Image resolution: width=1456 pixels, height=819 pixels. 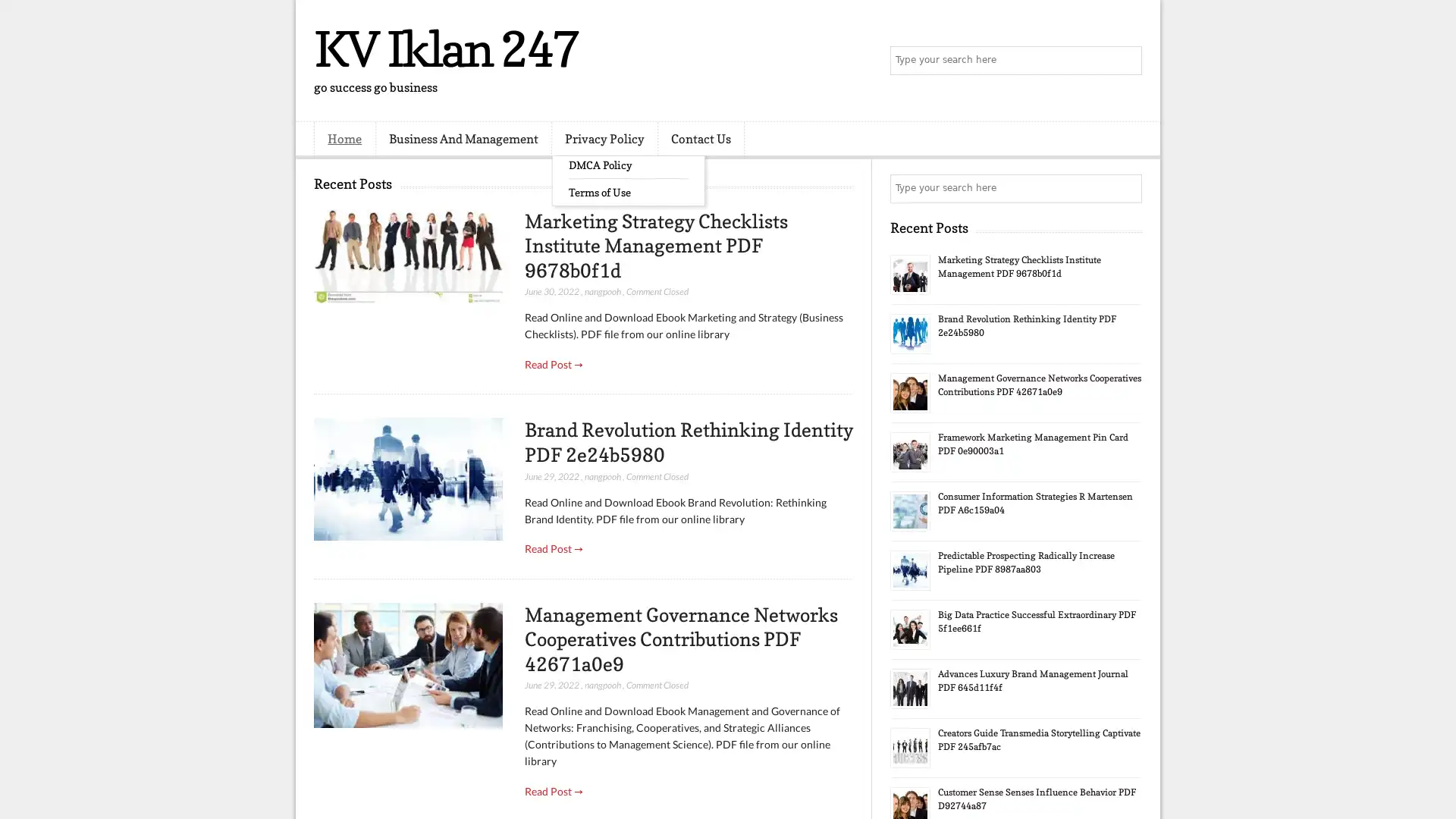 What do you see at coordinates (1126, 61) in the screenshot?
I see `Search` at bounding box center [1126, 61].